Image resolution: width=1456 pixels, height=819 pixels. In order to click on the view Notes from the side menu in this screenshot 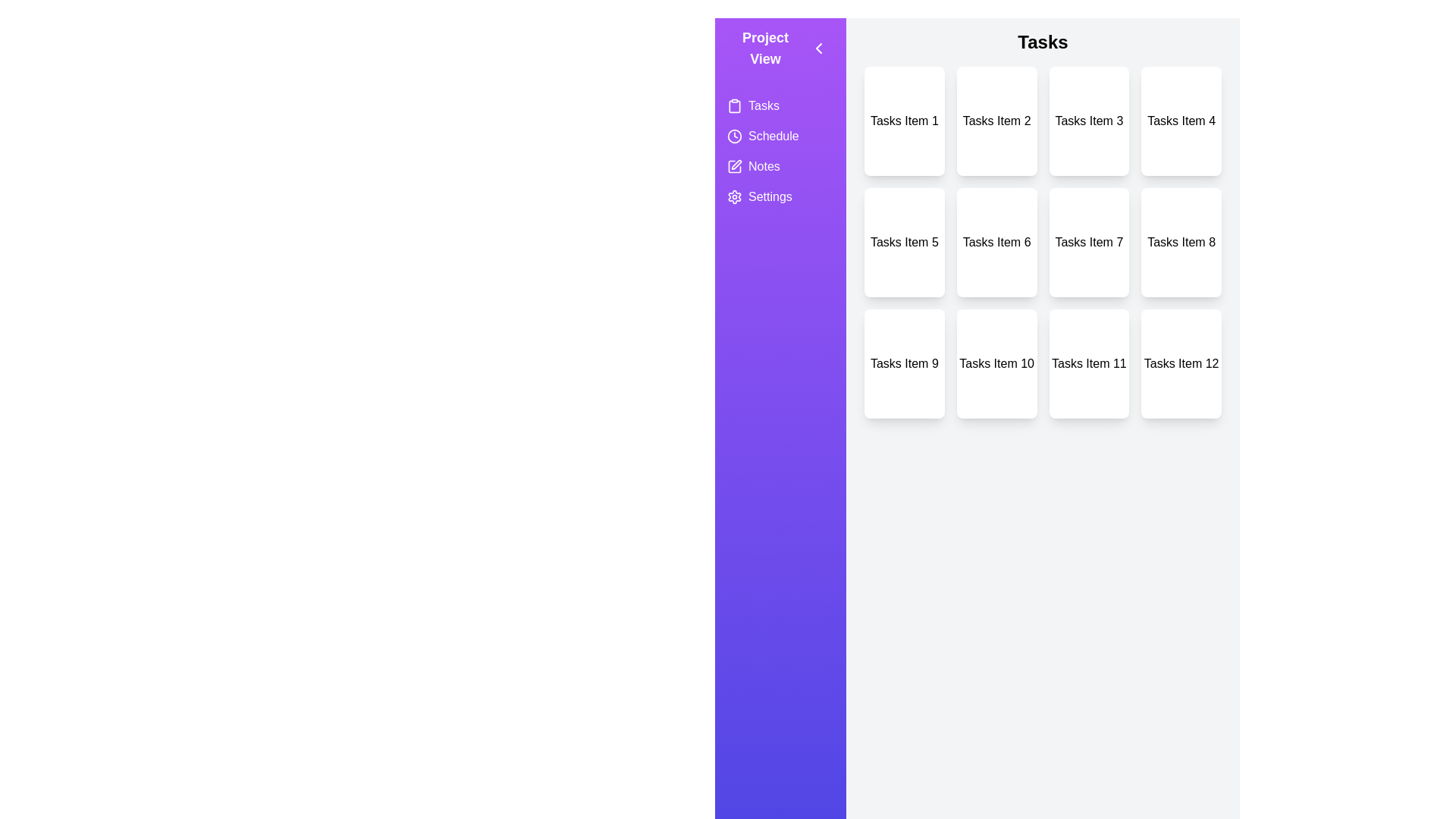, I will do `click(780, 166)`.